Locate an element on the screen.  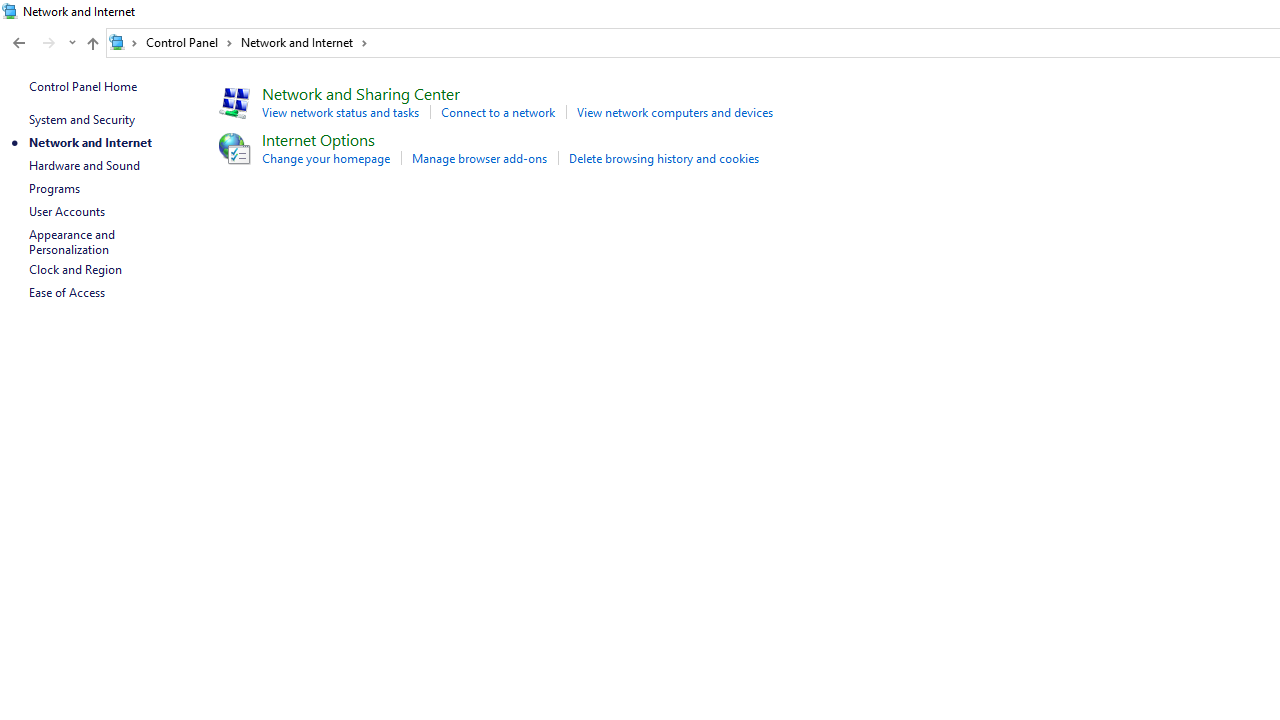
'Appearance and Personalization' is located at coordinates (73, 240).